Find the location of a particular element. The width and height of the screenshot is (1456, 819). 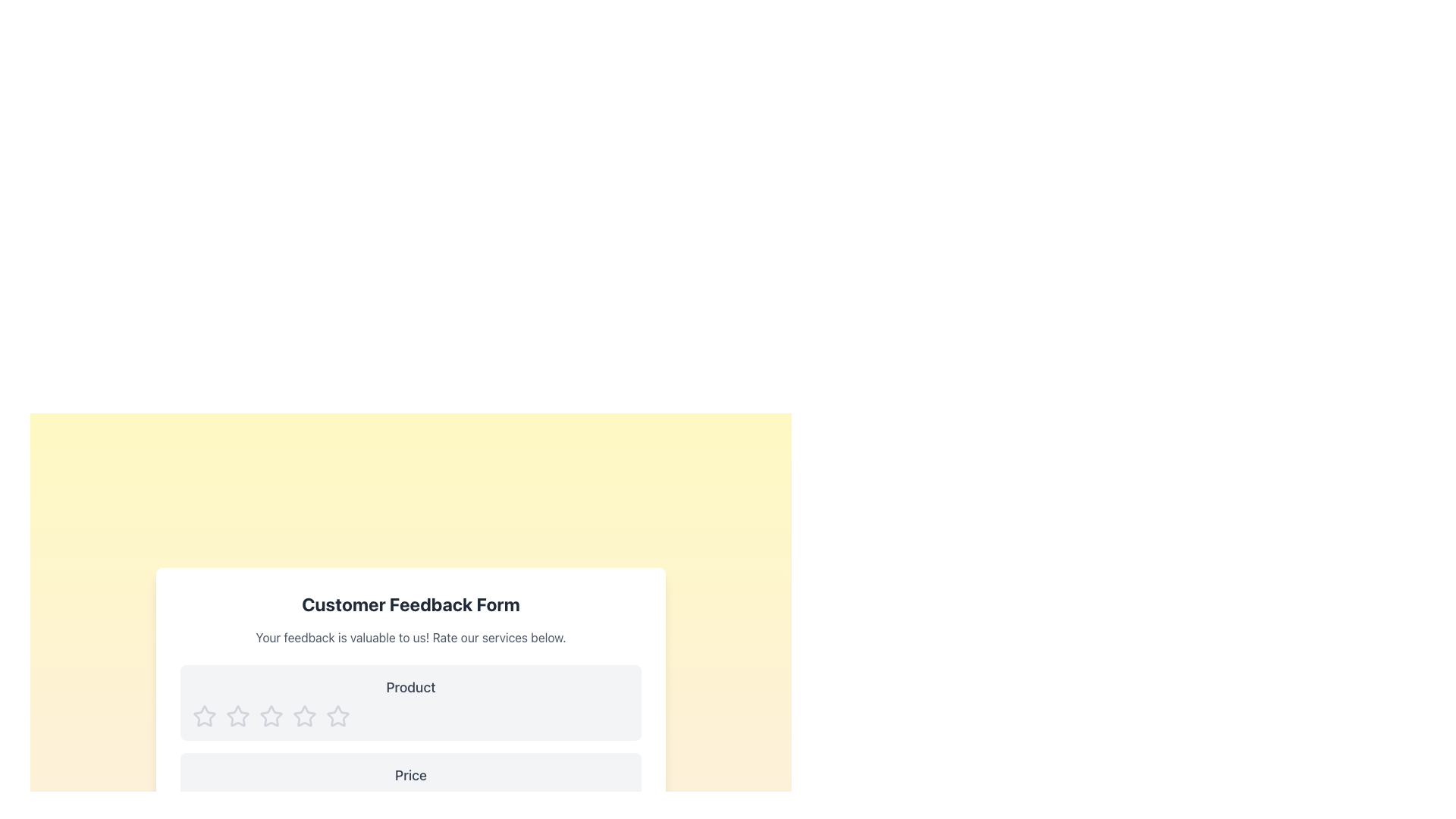

the third rating star icon is located at coordinates (304, 716).